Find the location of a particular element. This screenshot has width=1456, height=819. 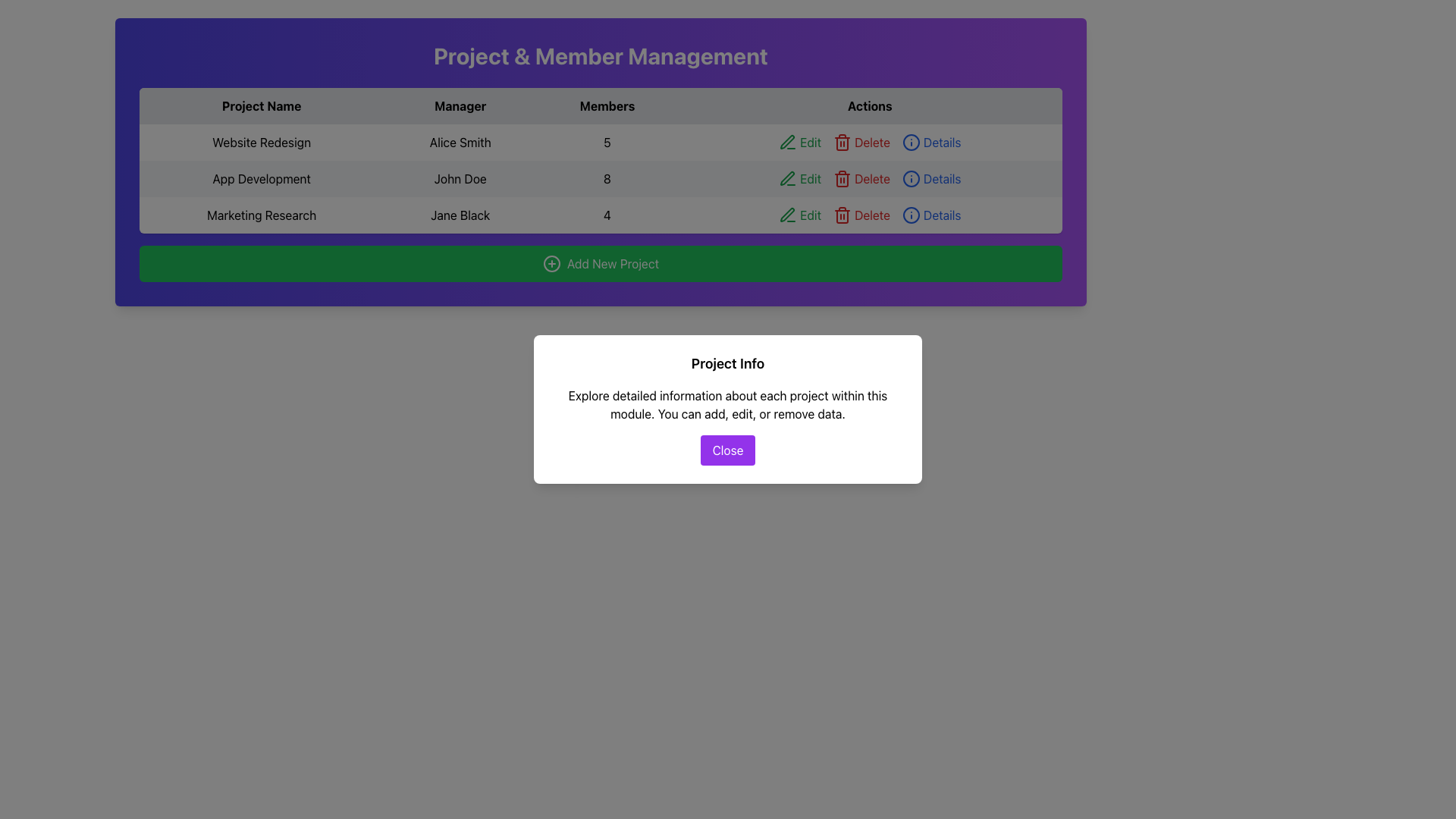

the edit icon is located at coordinates (787, 215).